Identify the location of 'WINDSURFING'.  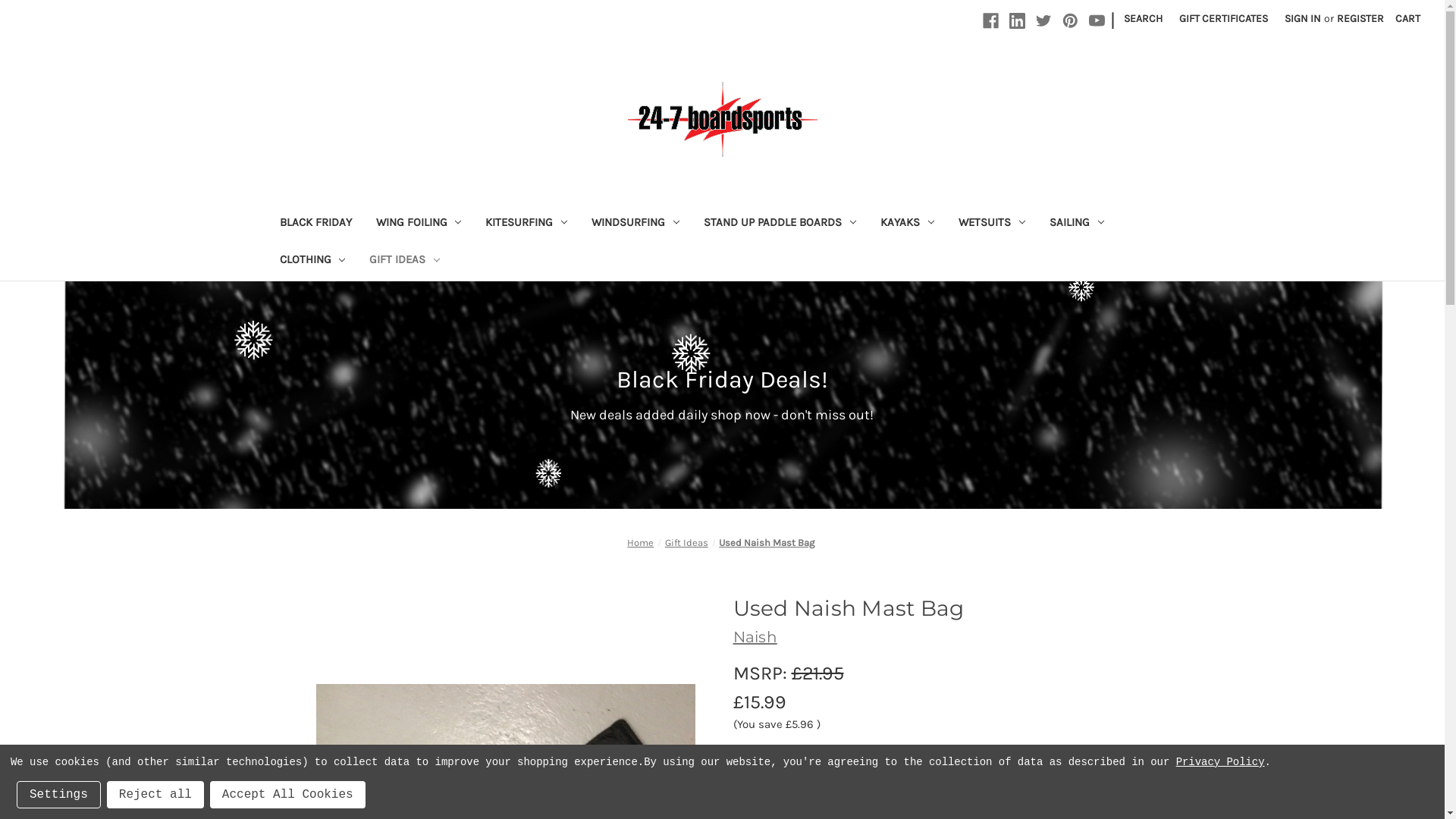
(578, 224).